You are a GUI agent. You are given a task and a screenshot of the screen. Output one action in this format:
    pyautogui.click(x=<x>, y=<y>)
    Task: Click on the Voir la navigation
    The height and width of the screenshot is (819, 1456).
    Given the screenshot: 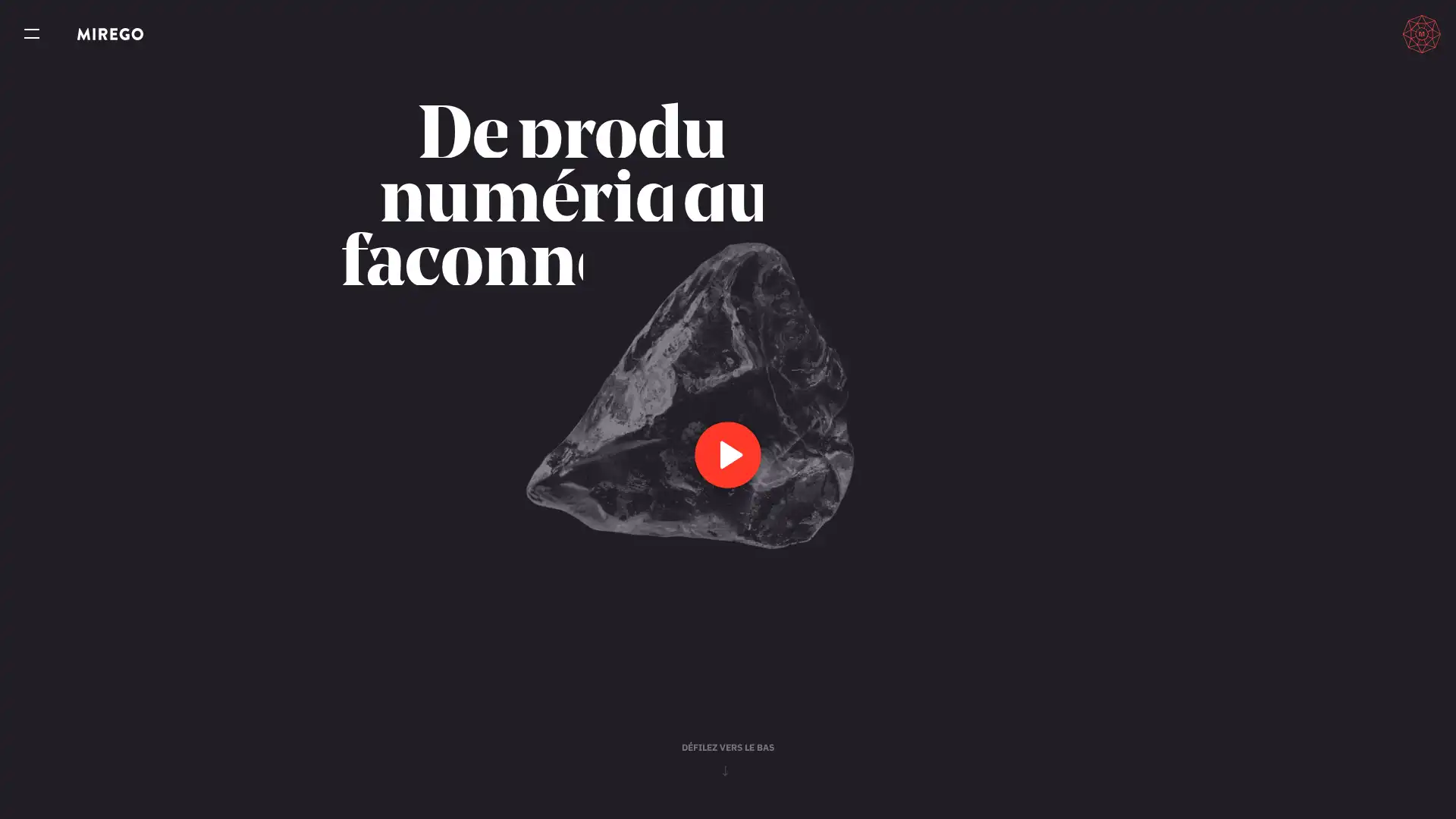 What is the action you would take?
    pyautogui.click(x=32, y=34)
    